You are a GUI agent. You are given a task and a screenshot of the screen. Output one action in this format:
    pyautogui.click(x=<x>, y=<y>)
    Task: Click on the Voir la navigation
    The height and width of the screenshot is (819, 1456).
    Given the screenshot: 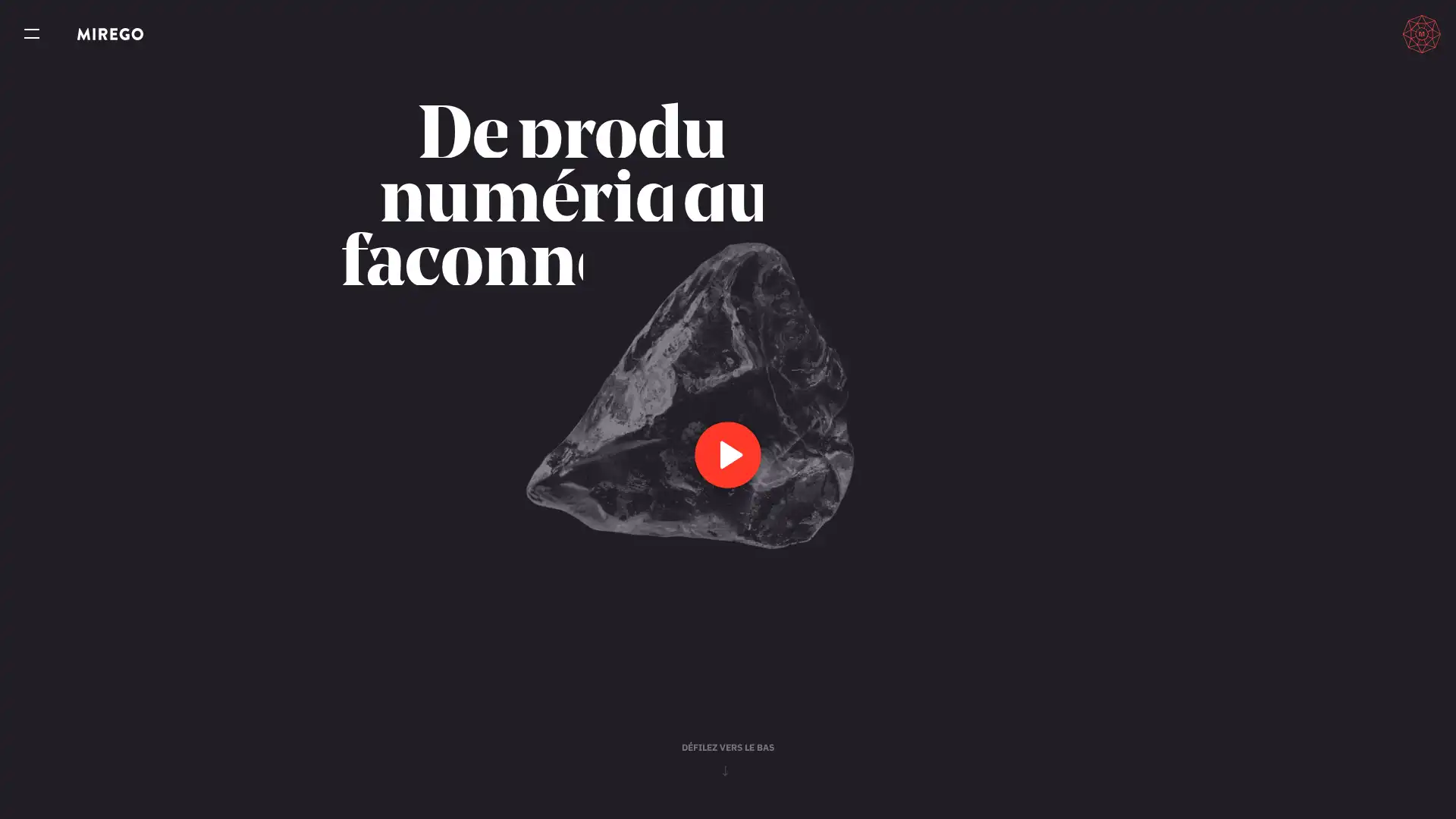 What is the action you would take?
    pyautogui.click(x=32, y=34)
    